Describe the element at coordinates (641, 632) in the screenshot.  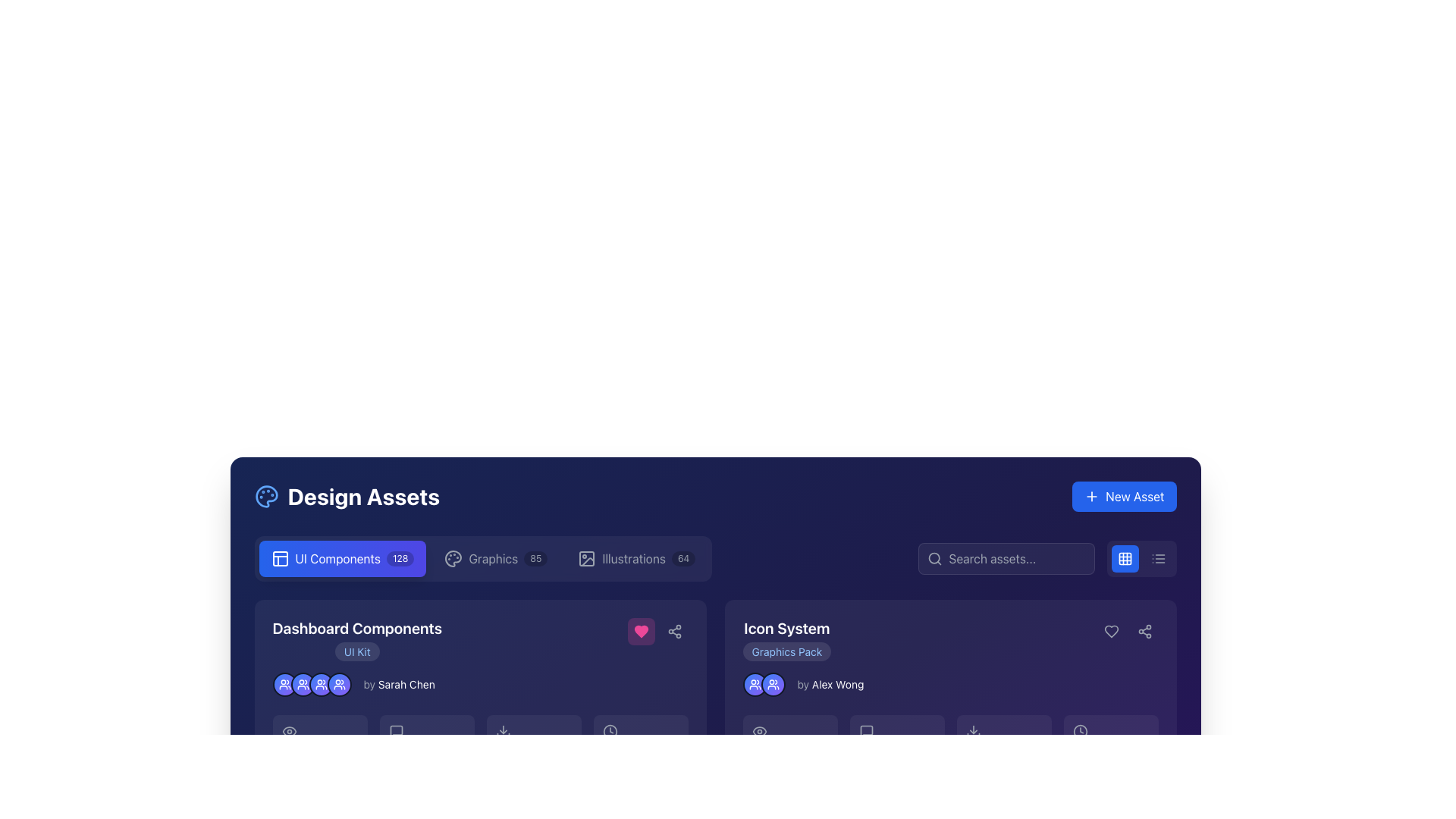
I see `the favorite button located in the top-right portion of the 'Dashboard Components' card` at that location.